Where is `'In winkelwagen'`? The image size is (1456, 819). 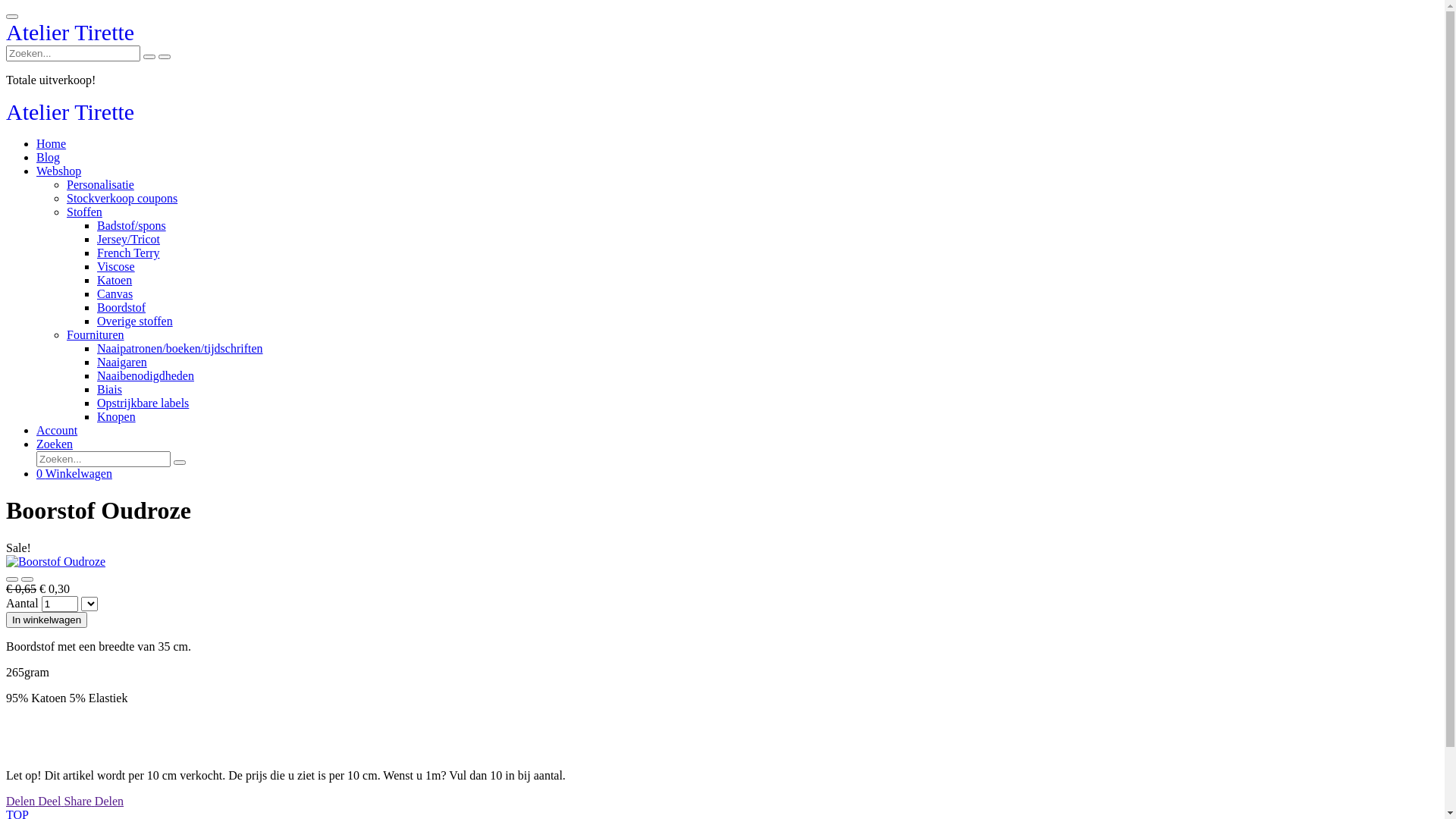
'In winkelwagen' is located at coordinates (46, 620).